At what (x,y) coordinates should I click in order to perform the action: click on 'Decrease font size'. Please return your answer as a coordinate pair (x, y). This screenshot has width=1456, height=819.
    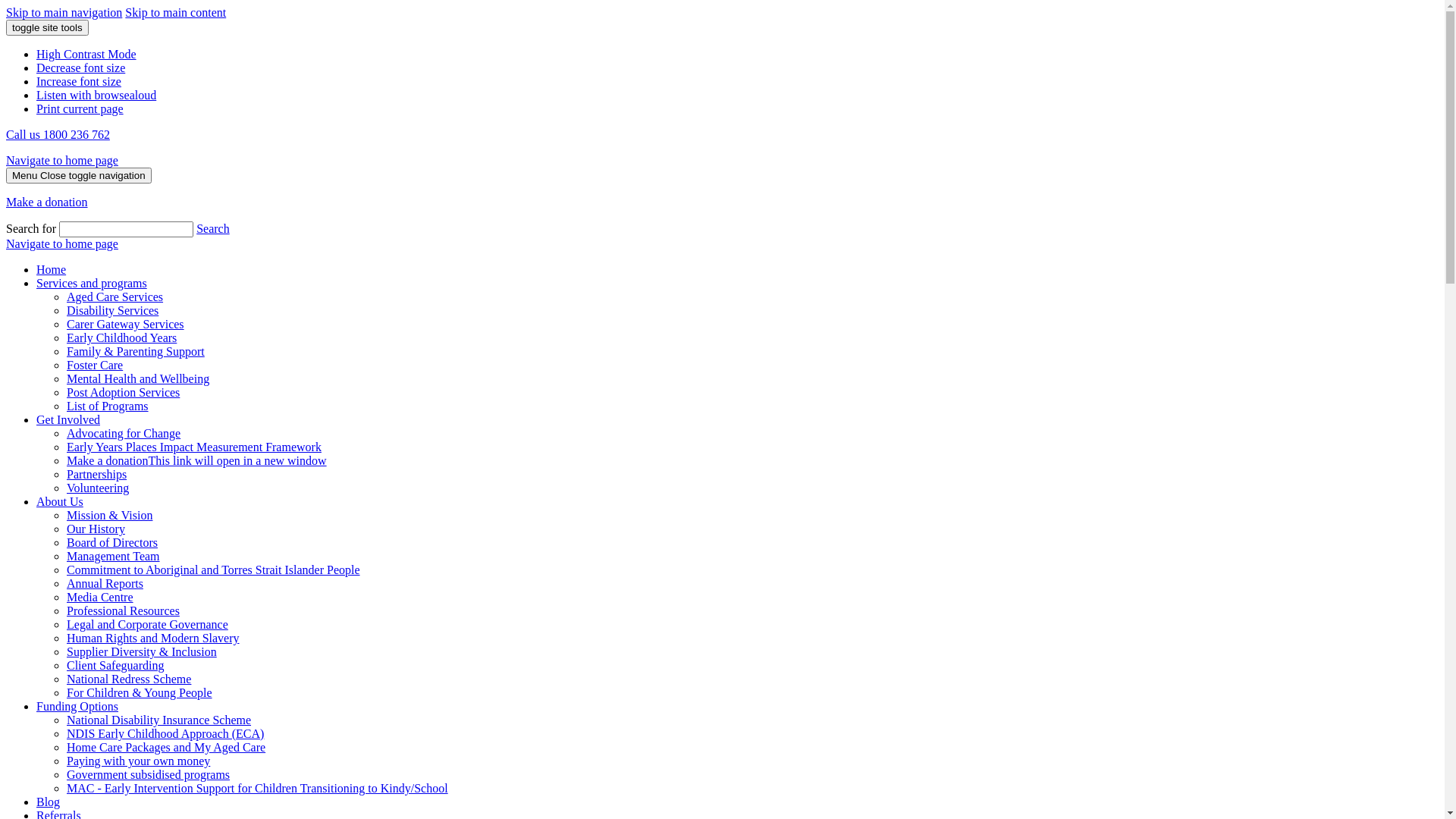
    Looking at the image, I should click on (80, 67).